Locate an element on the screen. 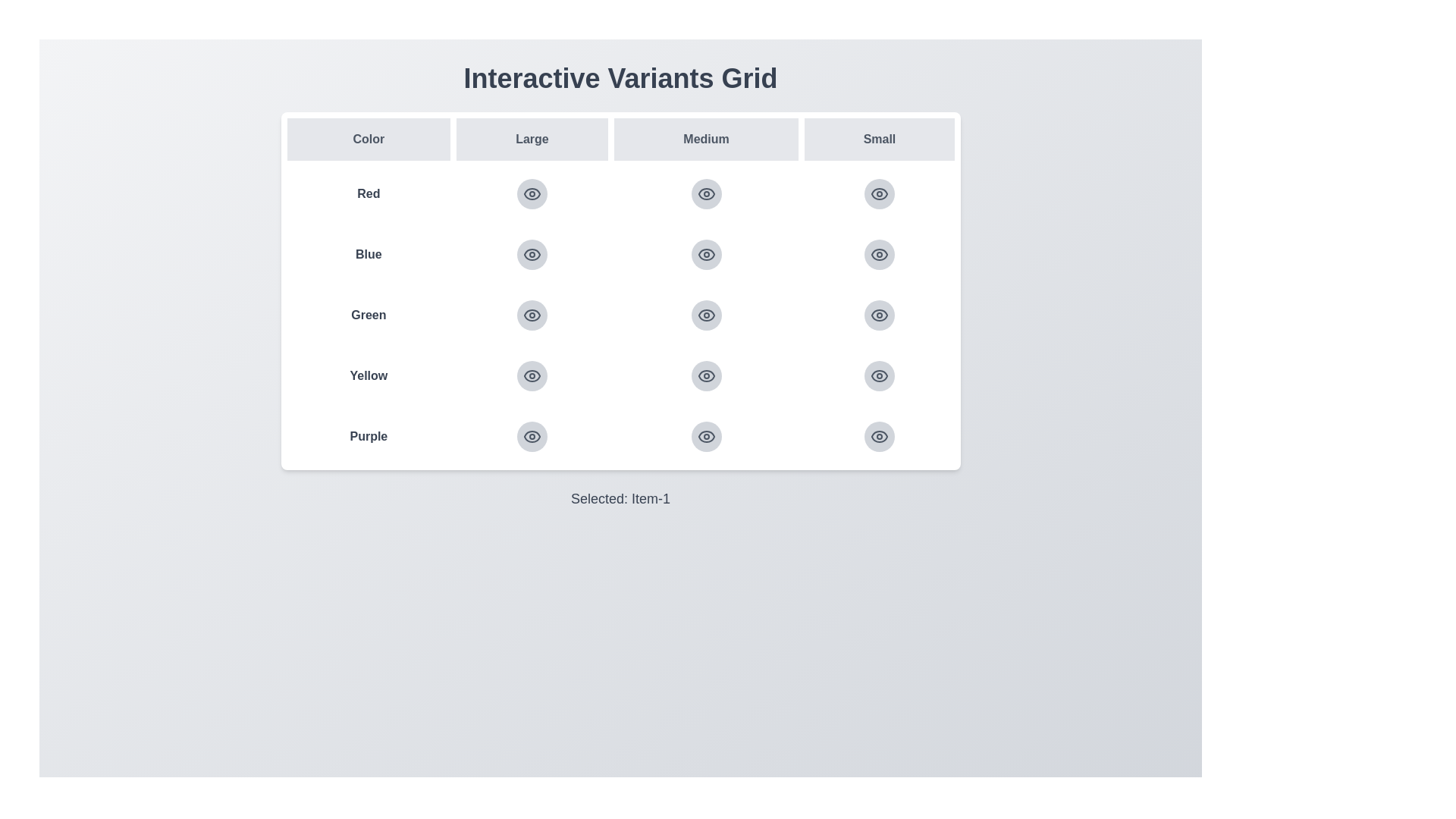 Image resolution: width=1456 pixels, height=819 pixels. the interactive button located in the 'Interactive Variants Grid' under the 'Large' column and aligned with the 'Red' row for visual feedback is located at coordinates (532, 193).